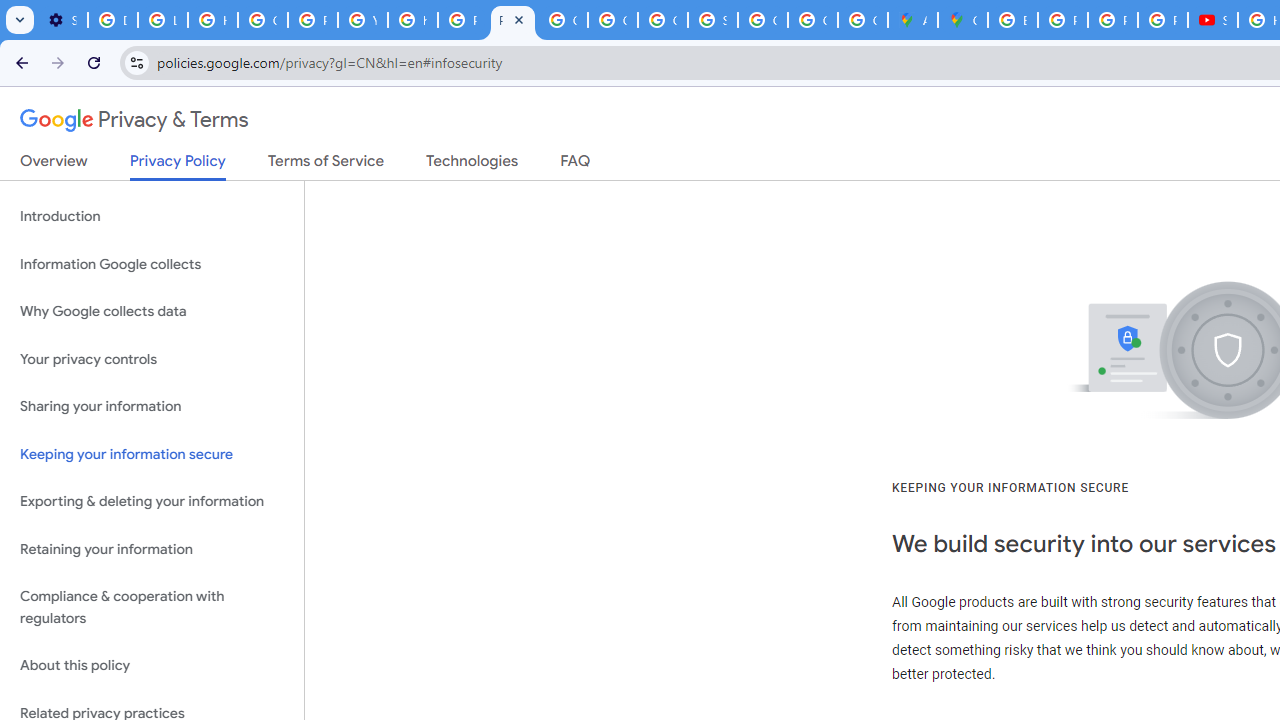  I want to click on 'Learn how to find your photos - Google Photos Help', so click(163, 20).